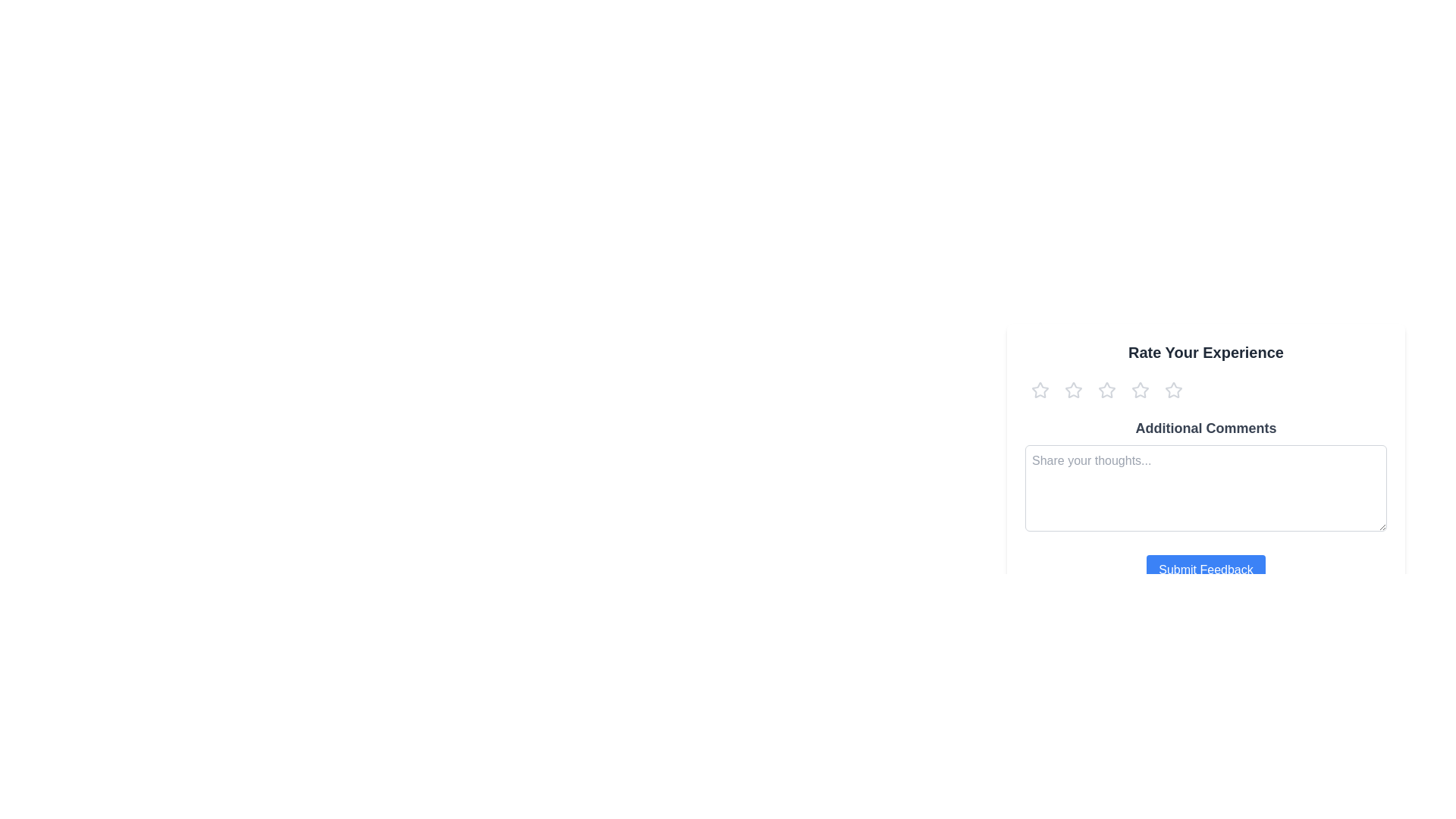 The height and width of the screenshot is (819, 1456). I want to click on the second star-shaped icon in light gray color, so click(1073, 390).